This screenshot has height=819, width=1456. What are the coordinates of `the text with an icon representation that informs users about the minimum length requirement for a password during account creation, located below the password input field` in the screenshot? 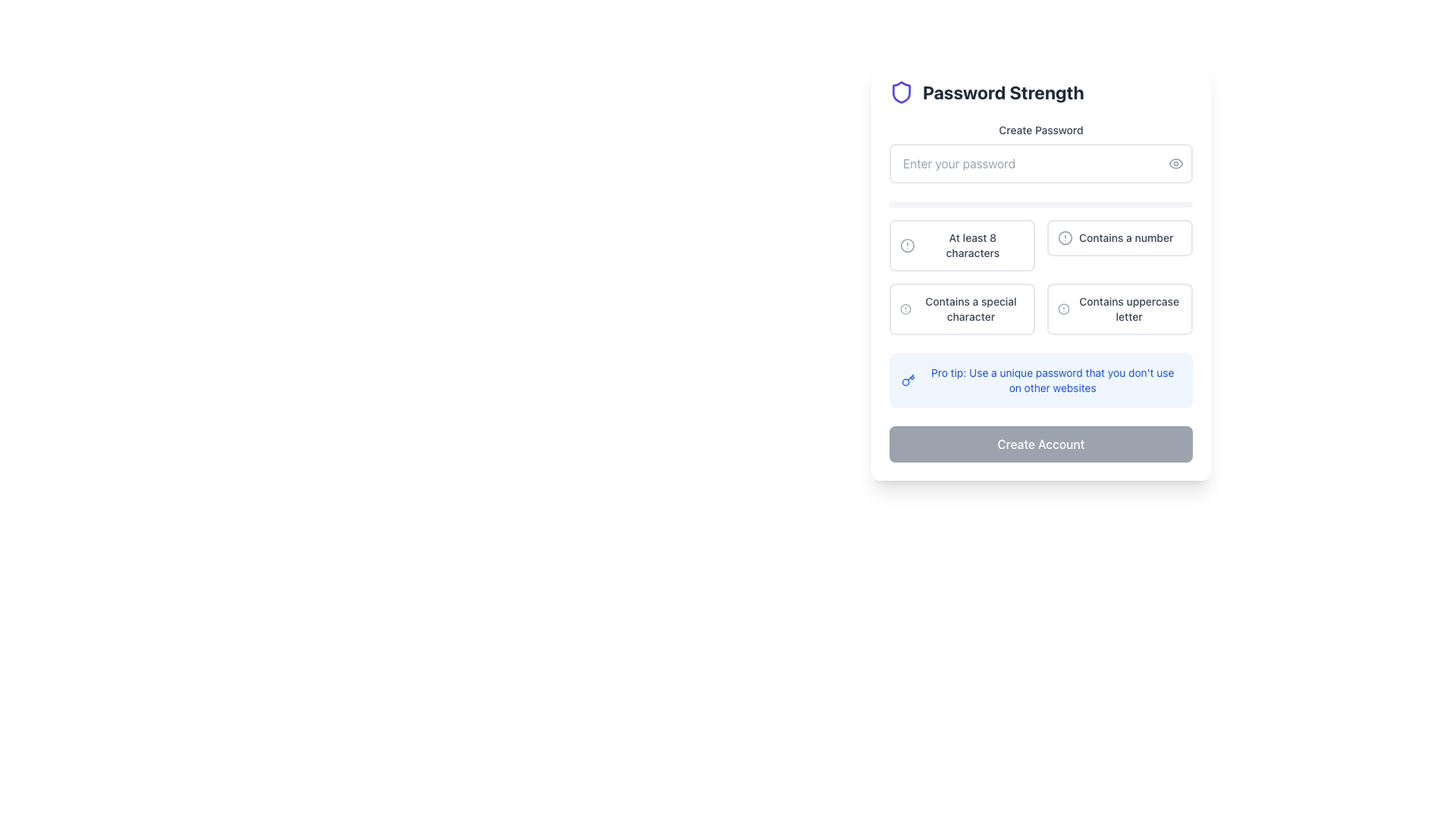 It's located at (961, 245).